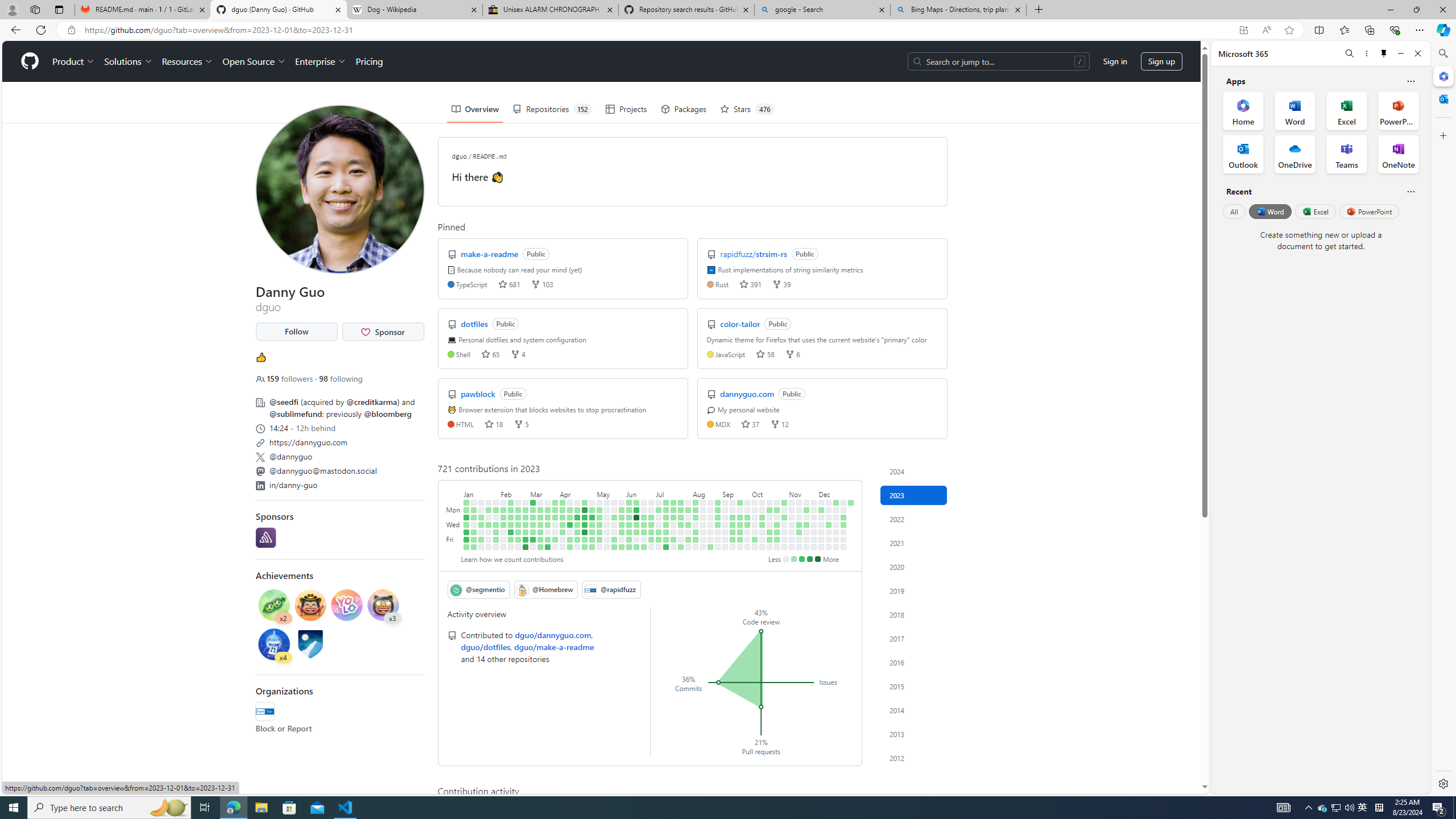 This screenshot has height=819, width=1456. What do you see at coordinates (607, 531) in the screenshot?
I see `'No contributions on May 18th.'` at bounding box center [607, 531].